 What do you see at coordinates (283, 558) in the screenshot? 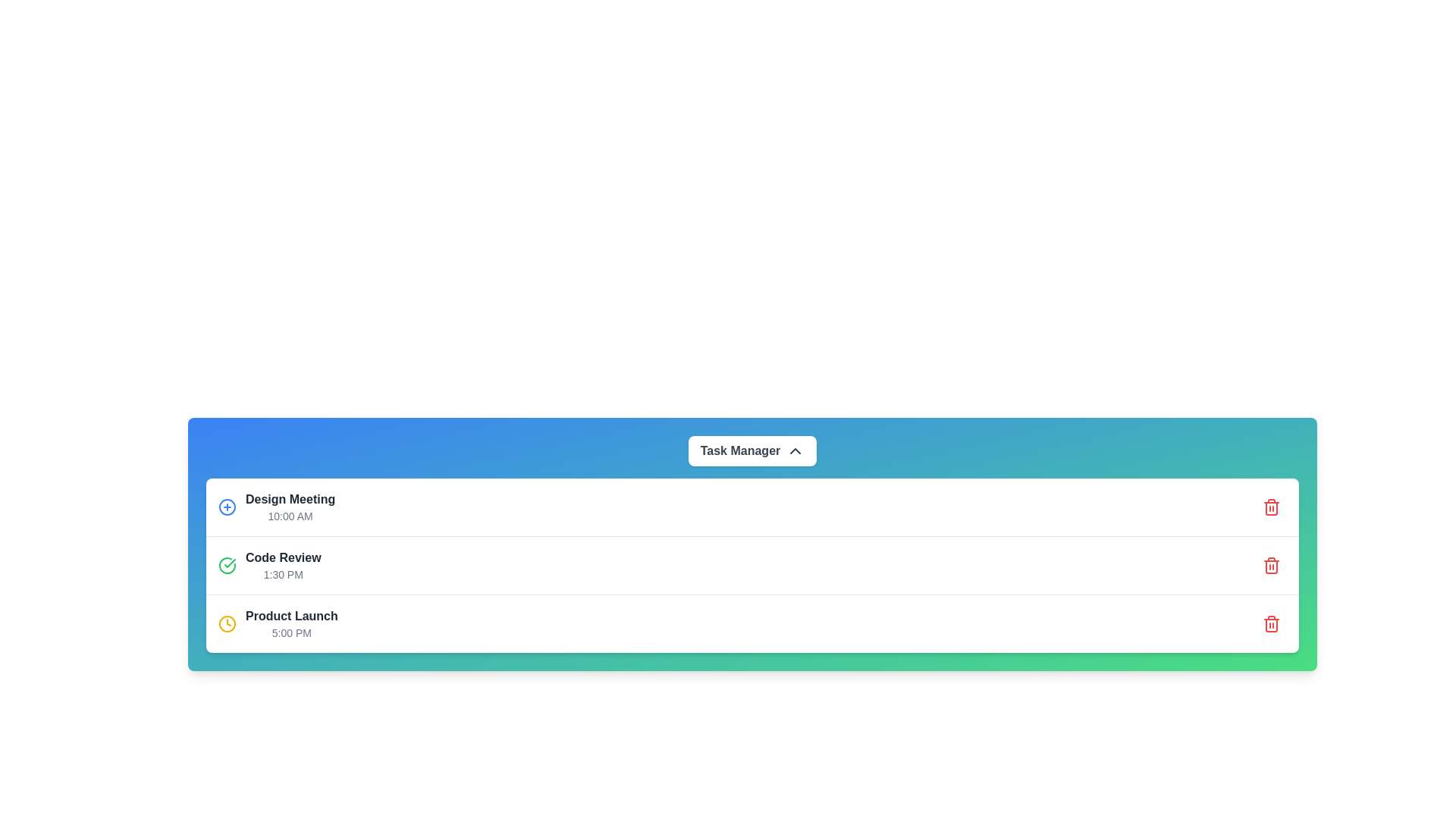
I see `'Code Review' text label displayed in bold, dark gray color located in the middle row of the 'Task Manager' interface, positioned above the '1:30 PM' timestamp and below the 'Design Meeting' task` at bounding box center [283, 558].